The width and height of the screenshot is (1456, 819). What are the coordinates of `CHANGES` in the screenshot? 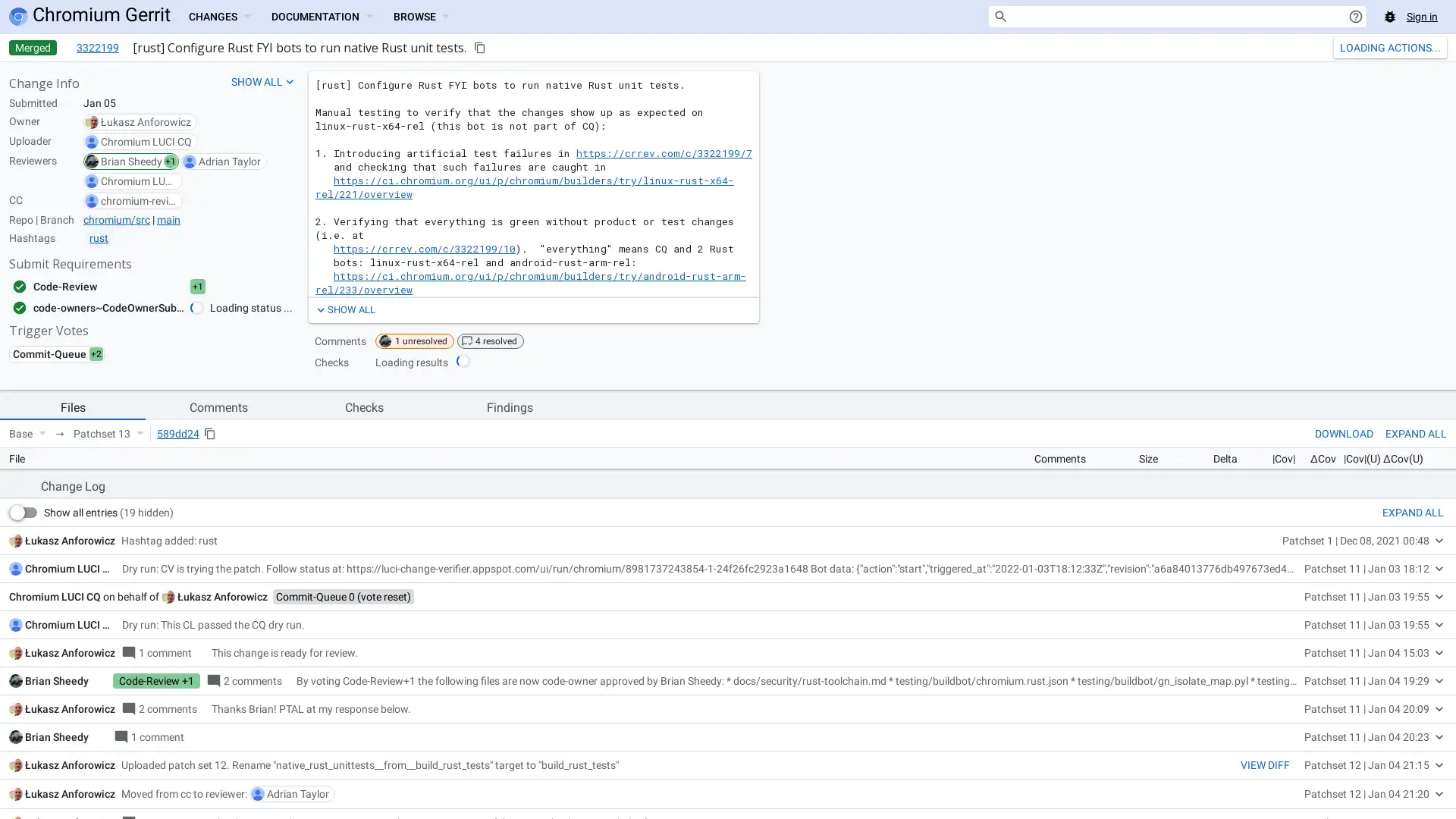 It's located at (218, 17).